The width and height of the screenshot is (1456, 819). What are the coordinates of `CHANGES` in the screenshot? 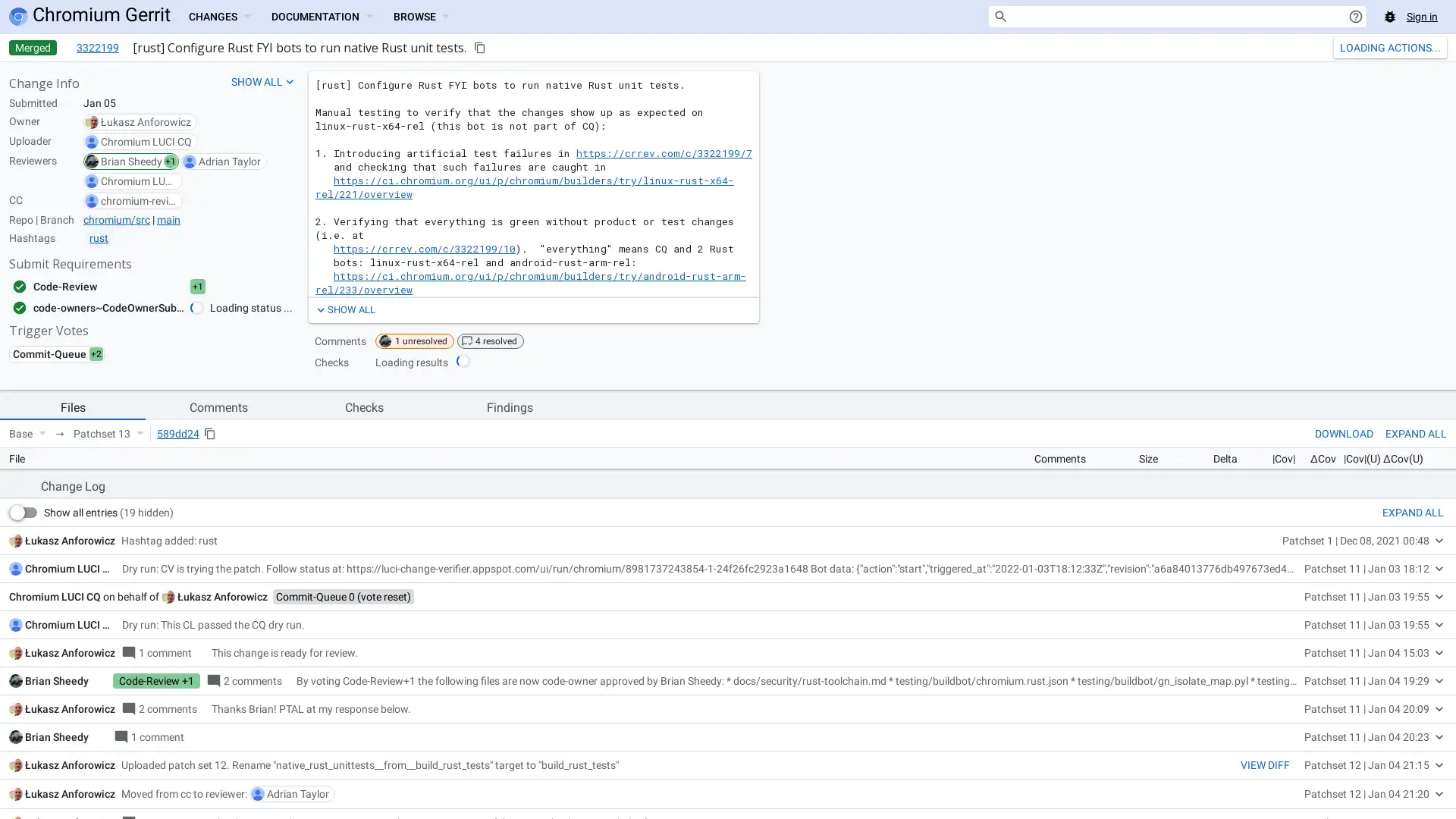 It's located at (218, 17).